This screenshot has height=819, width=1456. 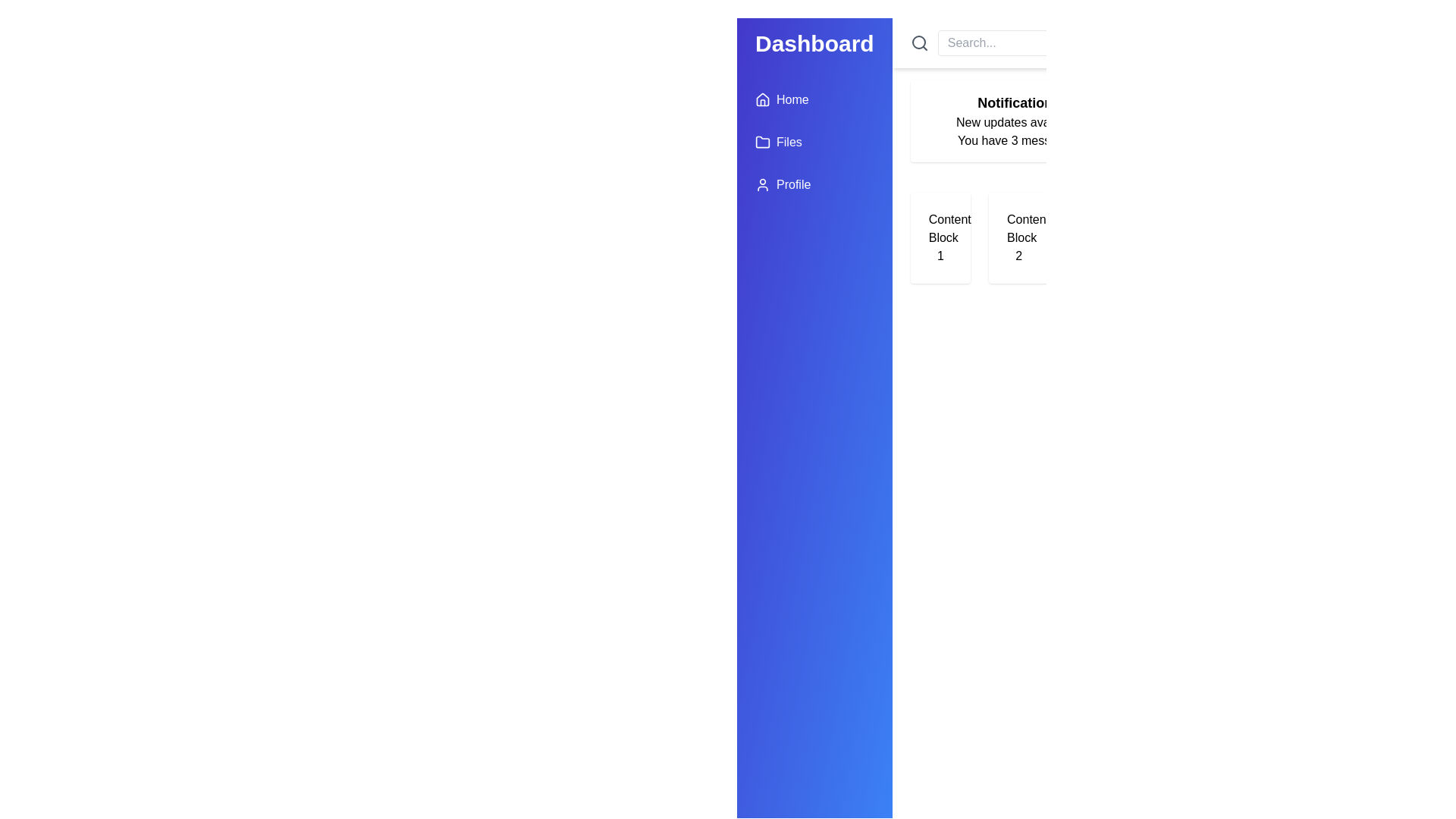 I want to click on the middle text block, which serves as a content block for navigation or interaction, so click(x=1018, y=237).